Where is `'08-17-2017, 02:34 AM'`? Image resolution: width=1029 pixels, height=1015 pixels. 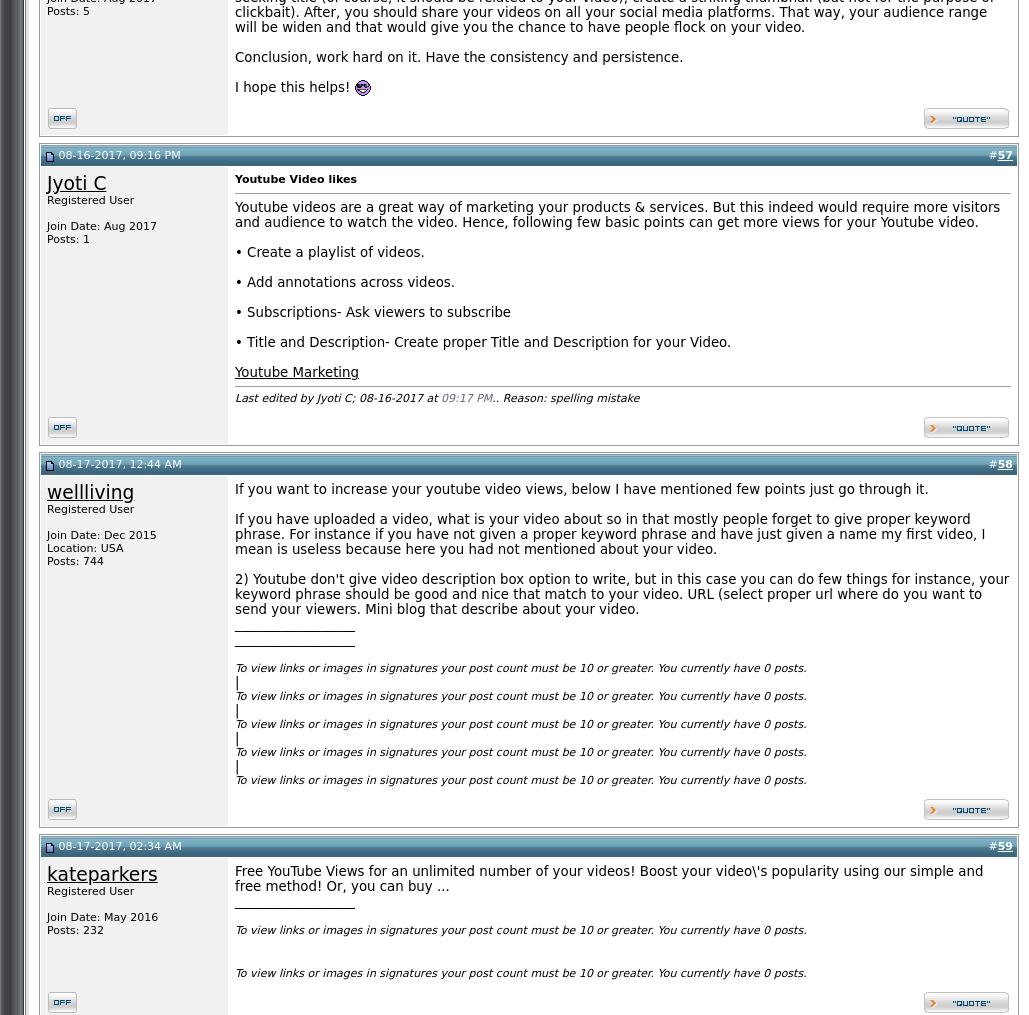
'08-17-2017, 02:34 AM' is located at coordinates (117, 846).